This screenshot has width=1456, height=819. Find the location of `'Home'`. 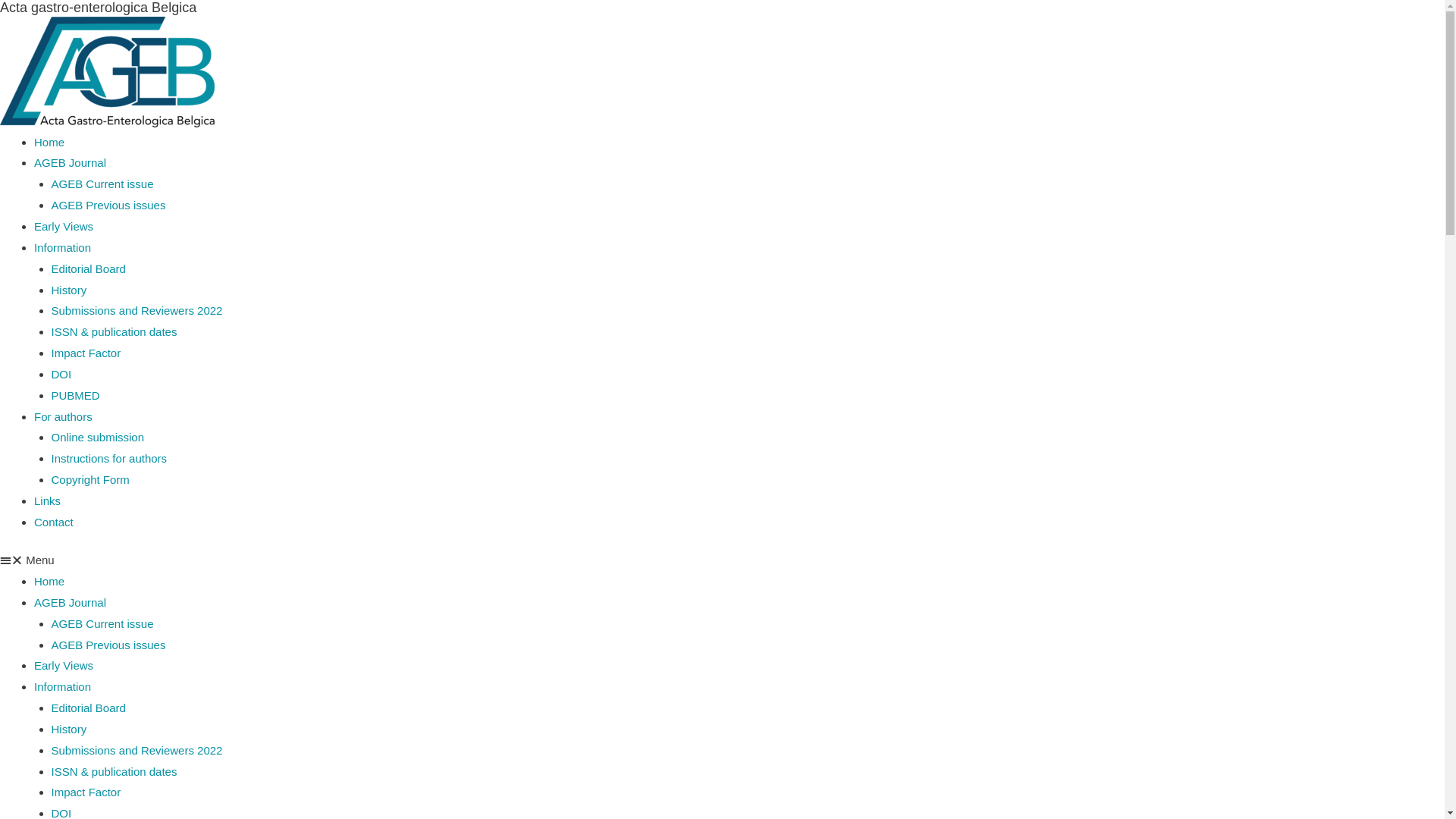

'Home' is located at coordinates (49, 142).